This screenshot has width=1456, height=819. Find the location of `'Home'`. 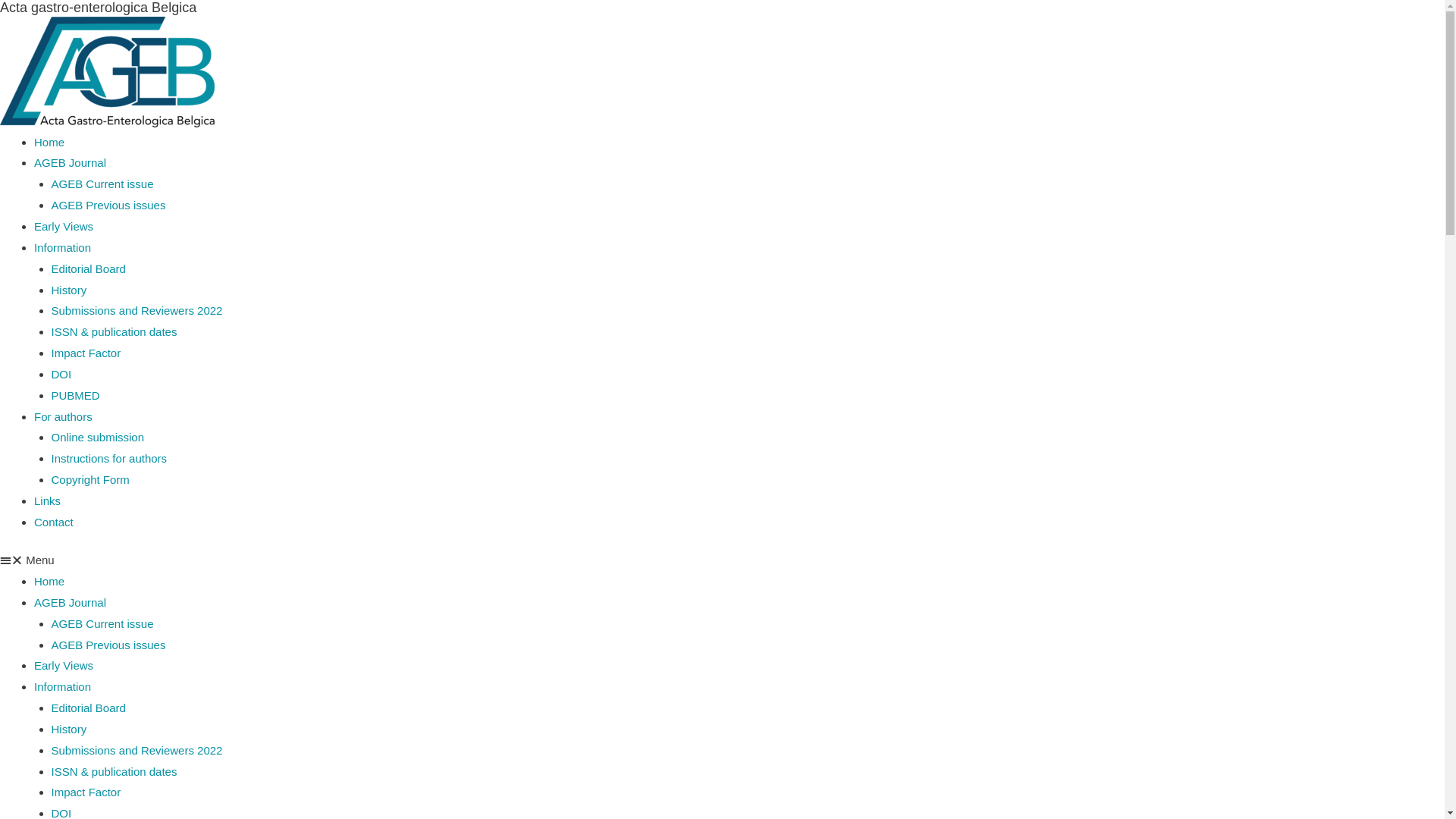

'Home' is located at coordinates (49, 142).